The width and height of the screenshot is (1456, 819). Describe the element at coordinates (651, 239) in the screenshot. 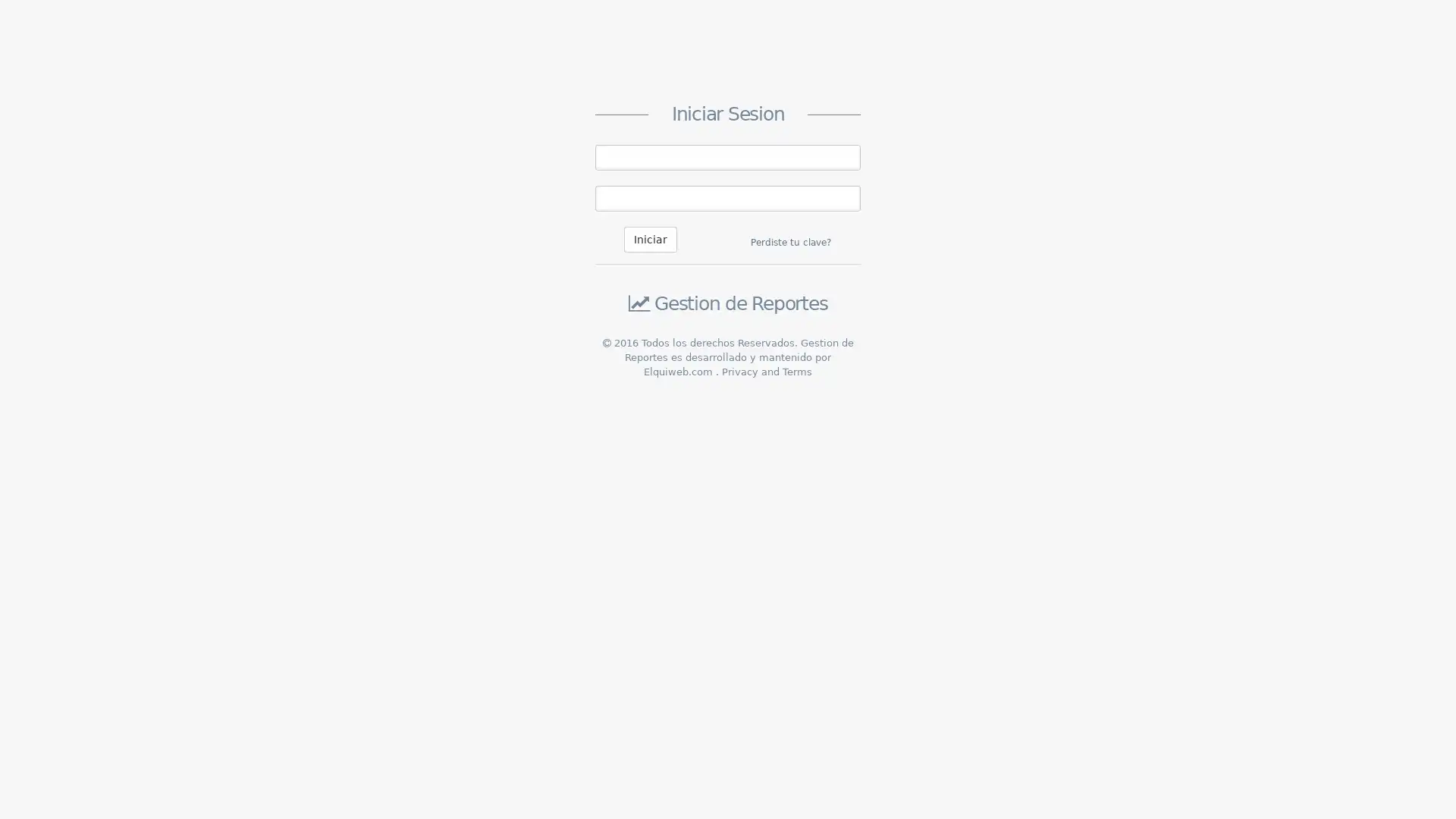

I see `Iniciar` at that location.